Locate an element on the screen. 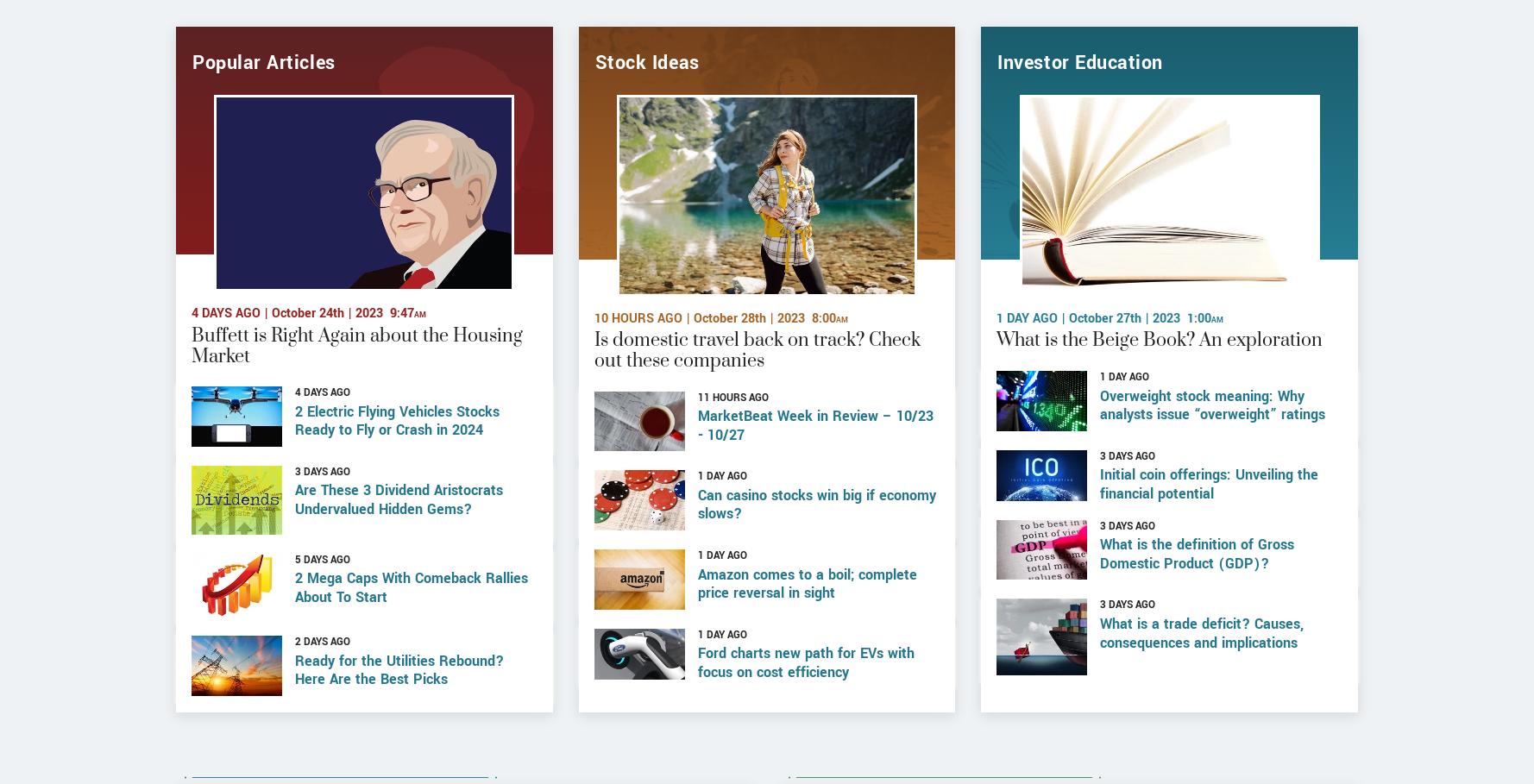 Image resolution: width=1534 pixels, height=784 pixels. 'What is the Beige Book? An exploration' is located at coordinates (1158, 406).